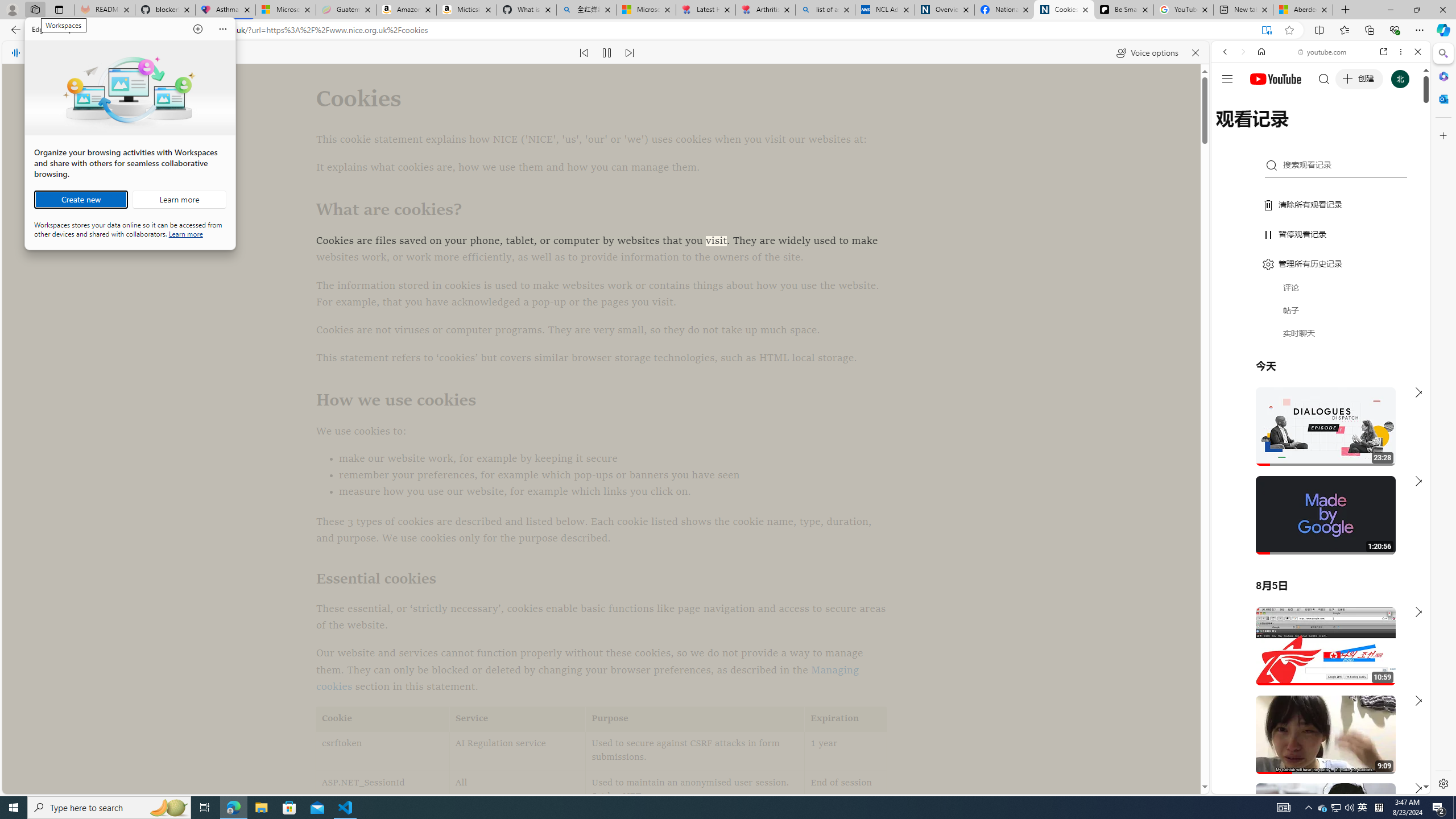  Describe the element at coordinates (1319, 253) in the screenshot. I see `'#you'` at that location.